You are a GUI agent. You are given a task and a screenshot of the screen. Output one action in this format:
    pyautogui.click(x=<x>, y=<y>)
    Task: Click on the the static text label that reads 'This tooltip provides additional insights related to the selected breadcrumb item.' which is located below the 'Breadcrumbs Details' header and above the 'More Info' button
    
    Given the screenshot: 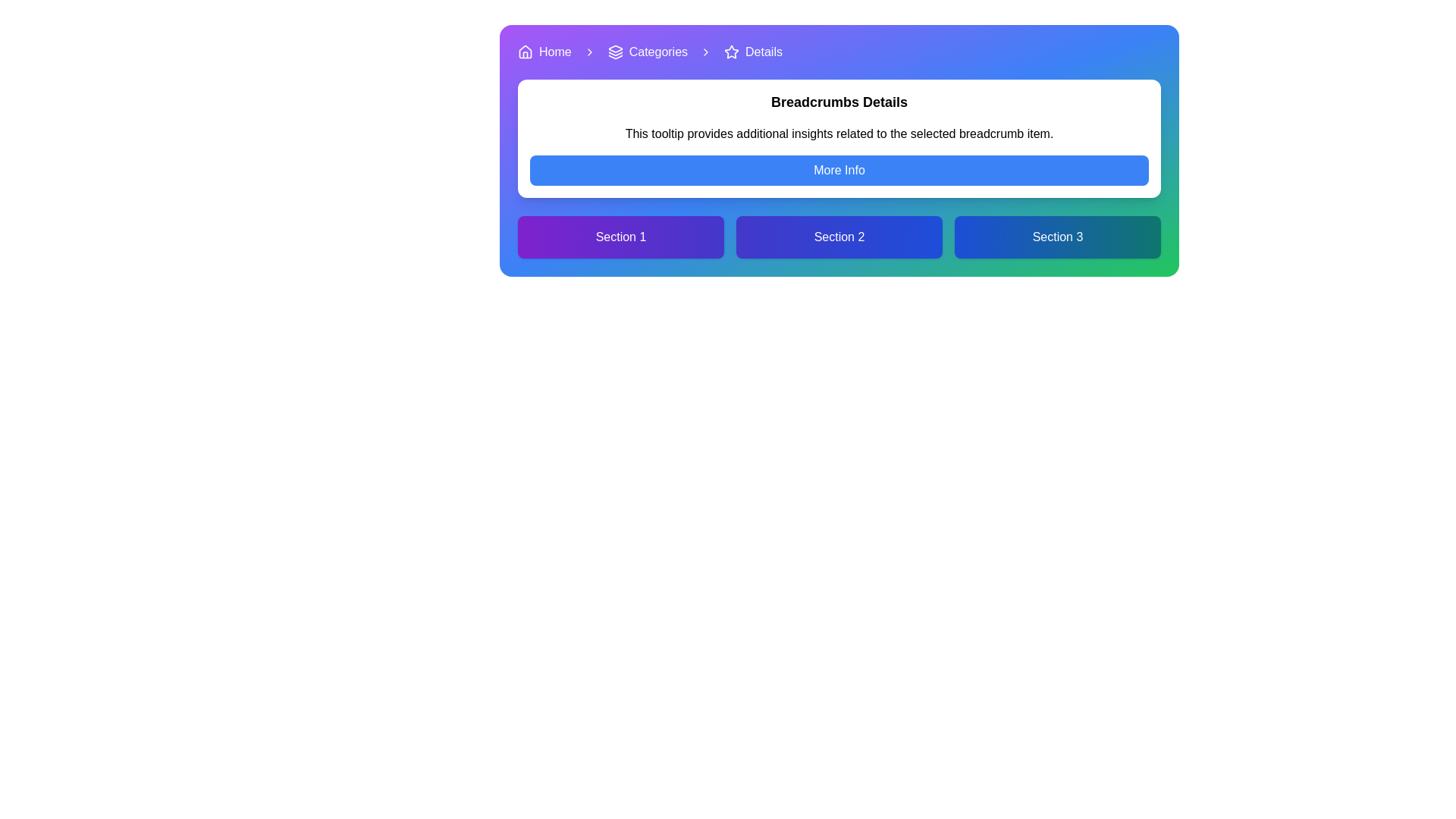 What is the action you would take?
    pyautogui.click(x=839, y=133)
    